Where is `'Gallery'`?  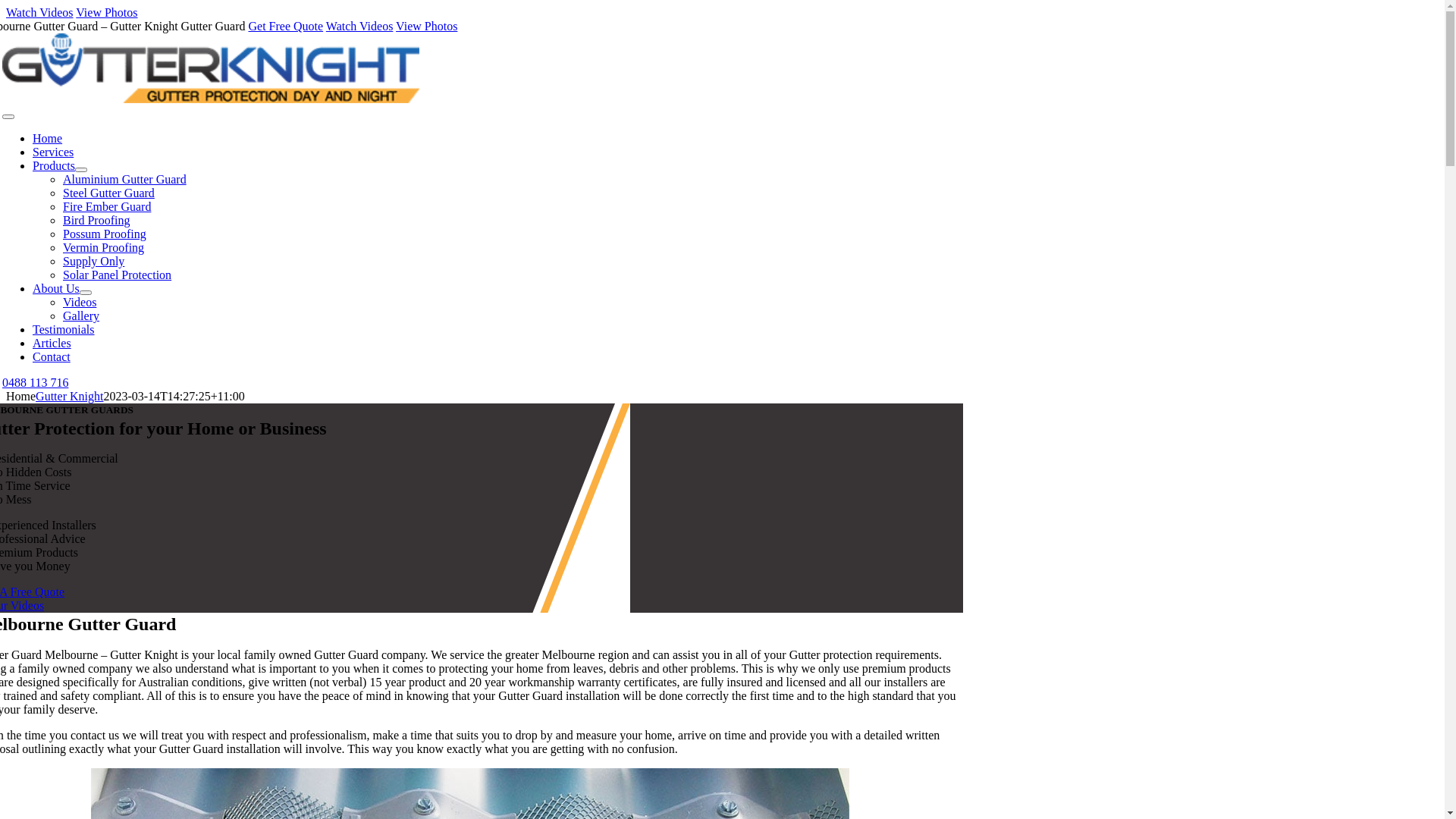
'Gallery' is located at coordinates (80, 315).